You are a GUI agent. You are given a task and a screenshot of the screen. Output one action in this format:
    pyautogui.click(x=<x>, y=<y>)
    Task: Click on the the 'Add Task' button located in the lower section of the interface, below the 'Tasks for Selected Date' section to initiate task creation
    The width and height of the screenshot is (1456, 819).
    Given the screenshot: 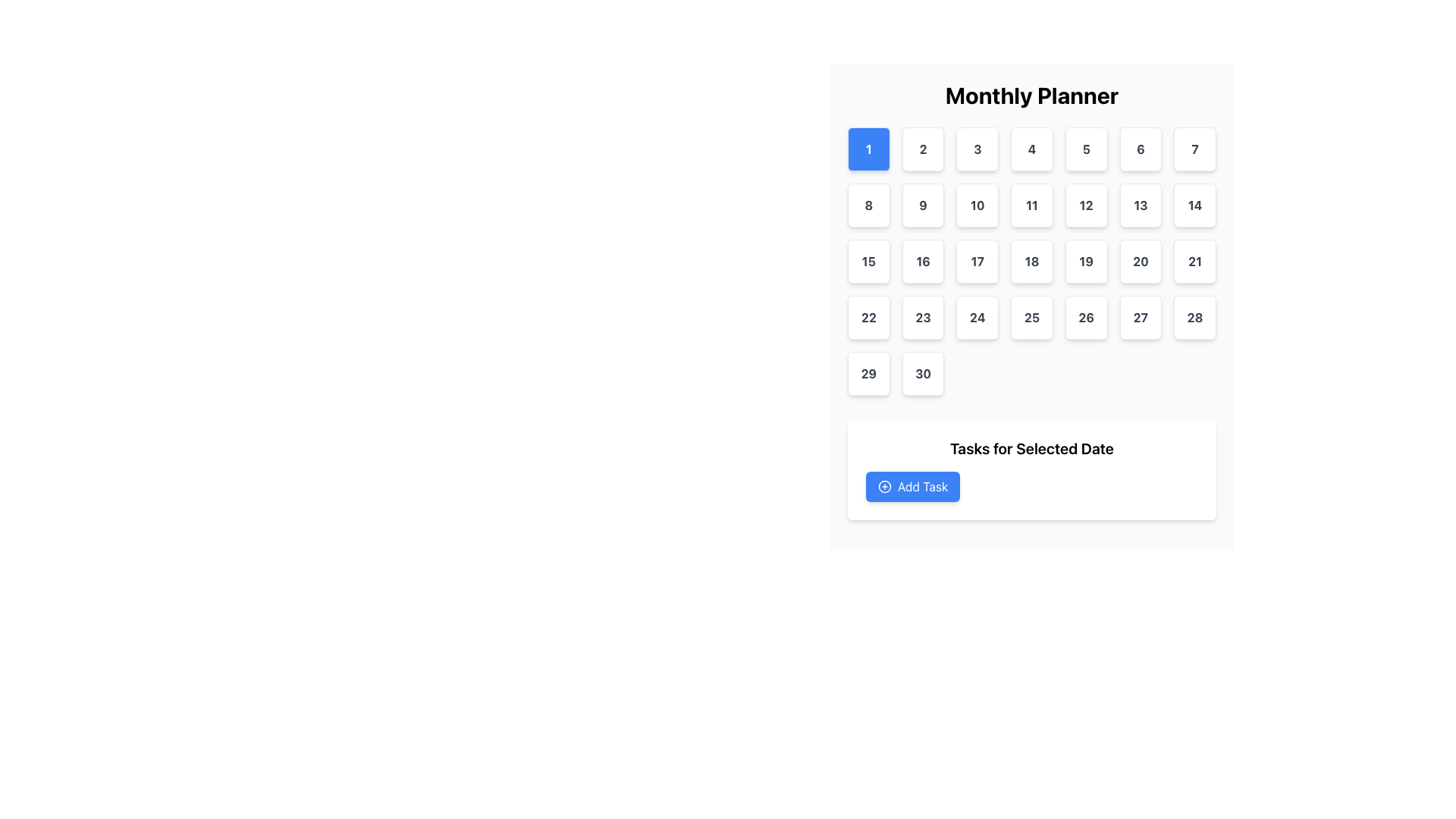 What is the action you would take?
    pyautogui.click(x=922, y=486)
    